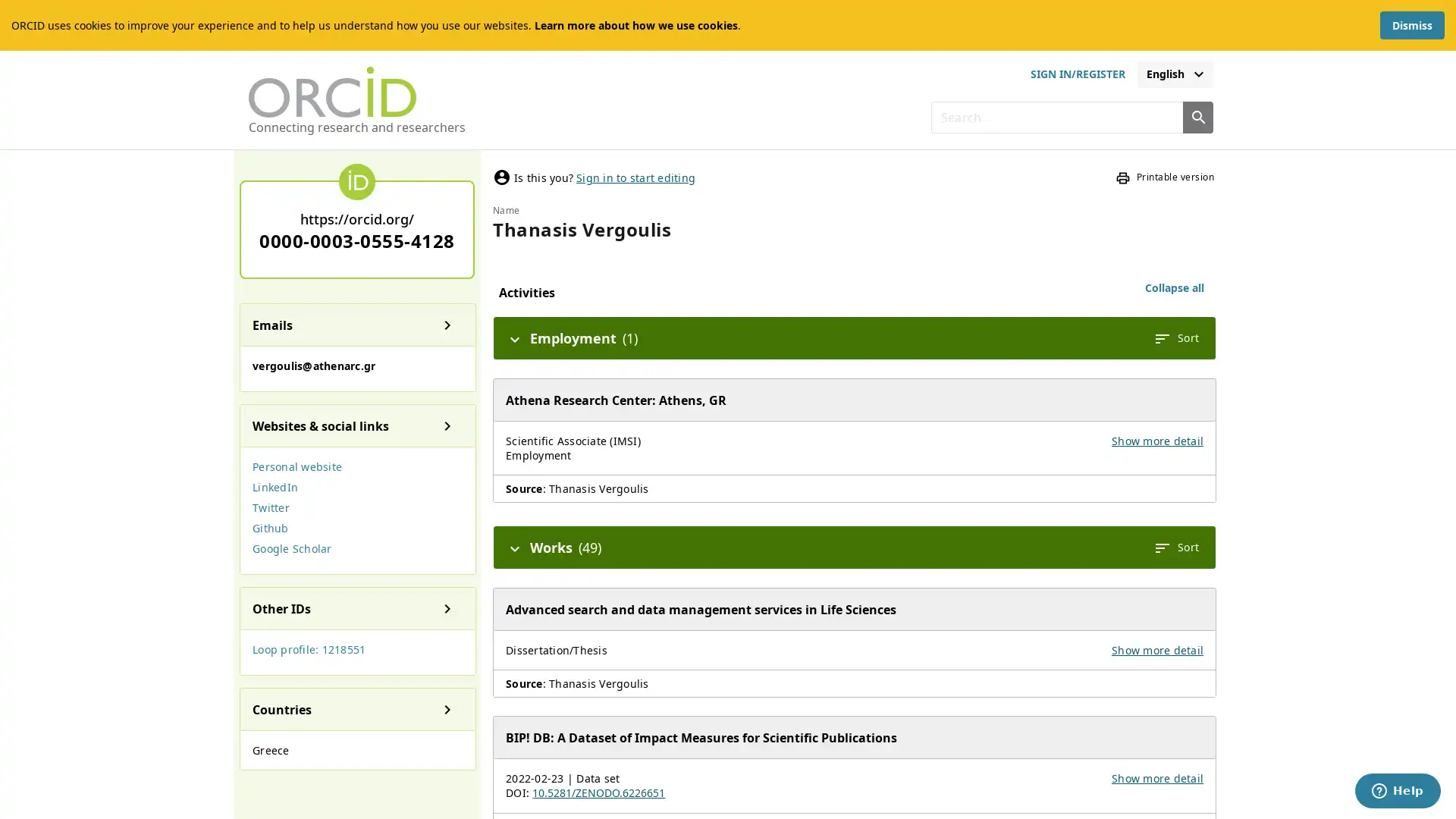 This screenshot has height=819, width=1456. Describe the element at coordinates (514, 547) in the screenshot. I see `Hide details` at that location.